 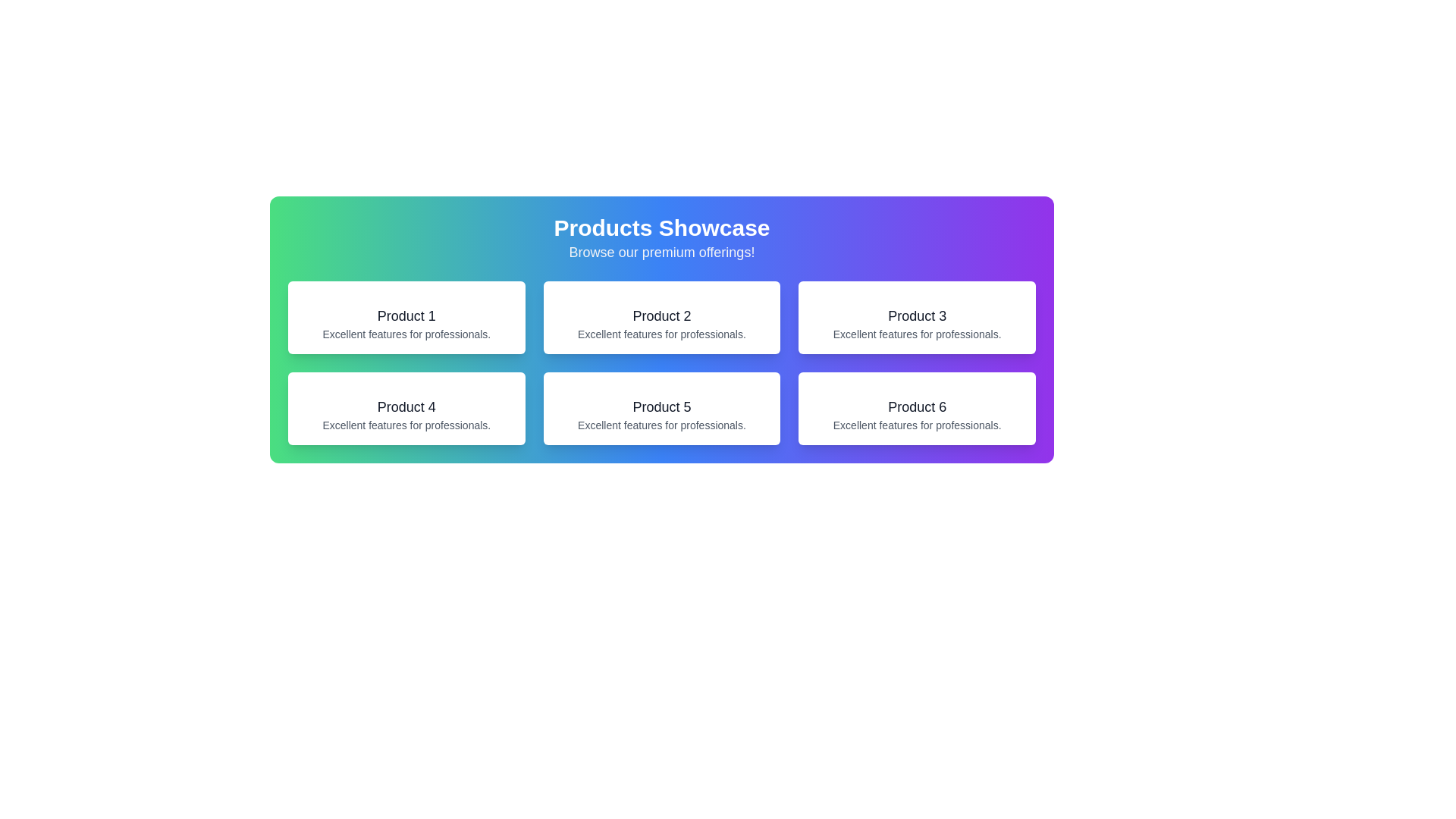 I want to click on the static text block displaying 'Excellent features for professionals.' located under the title 'Product 1' in the first product card, so click(x=406, y=333).